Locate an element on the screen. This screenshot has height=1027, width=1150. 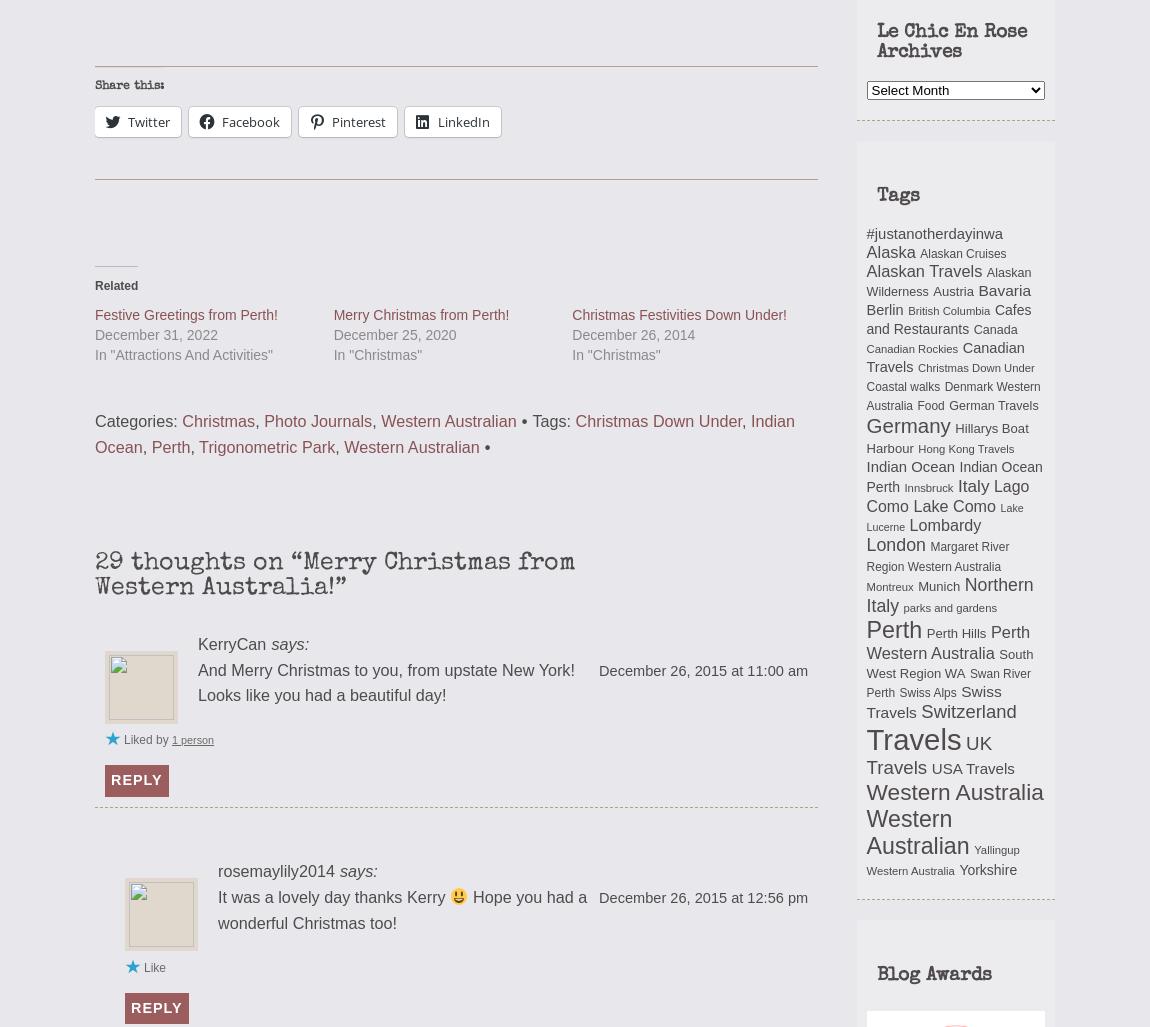
'Hope you had a wonderful Christmas too!' is located at coordinates (402, 907).